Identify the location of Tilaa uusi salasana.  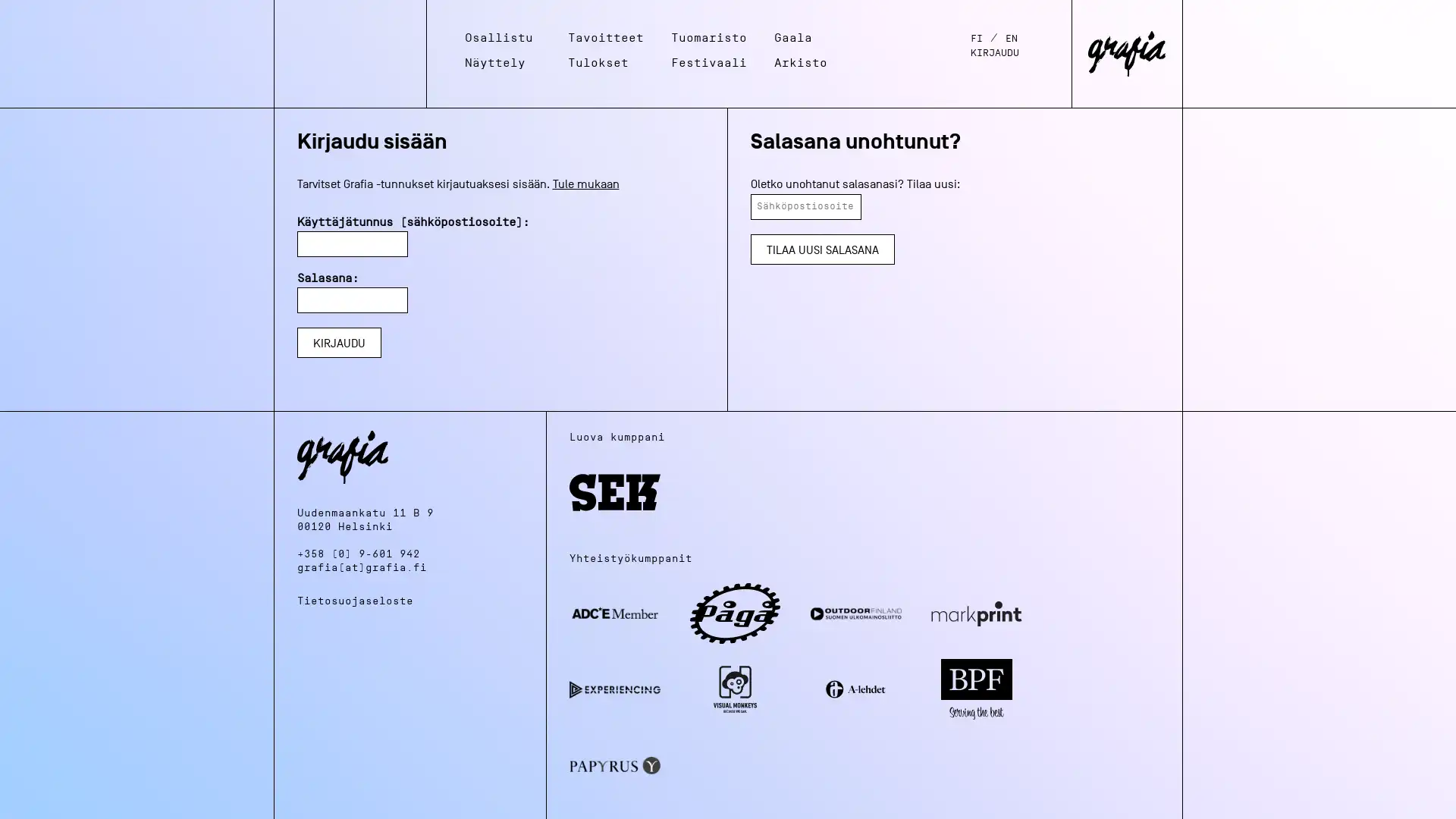
(821, 247).